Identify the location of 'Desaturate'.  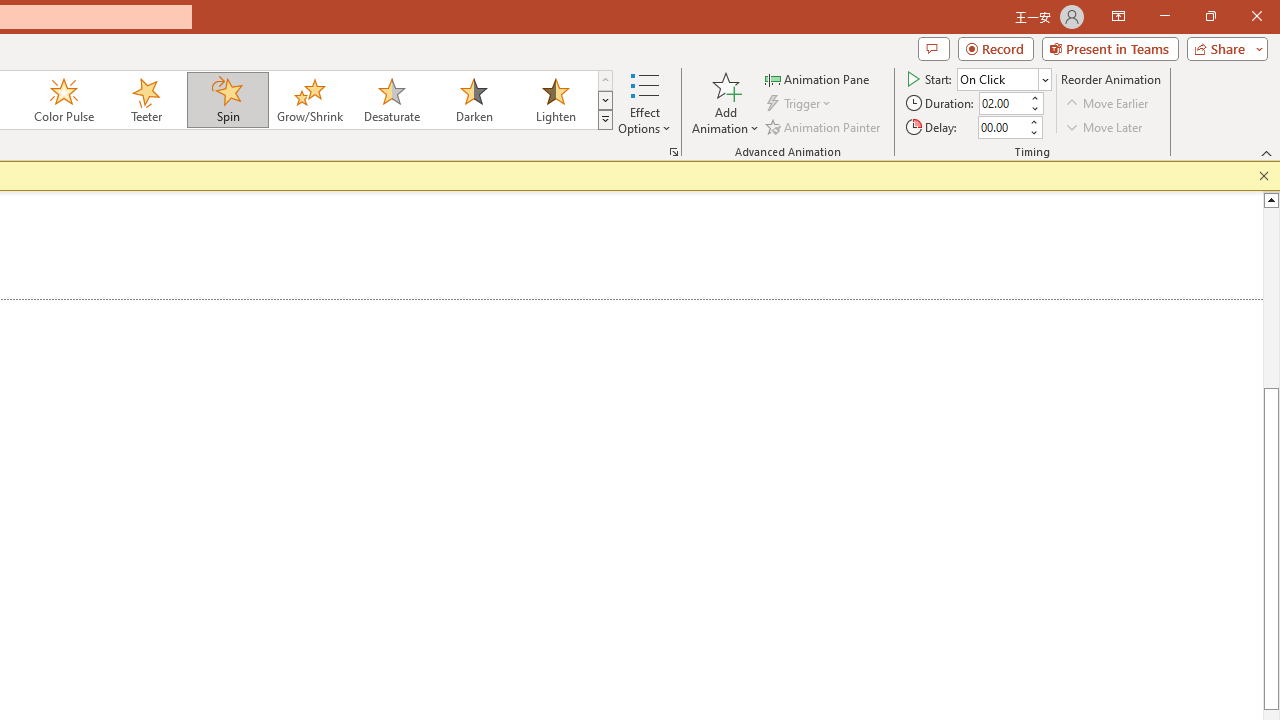
(391, 100).